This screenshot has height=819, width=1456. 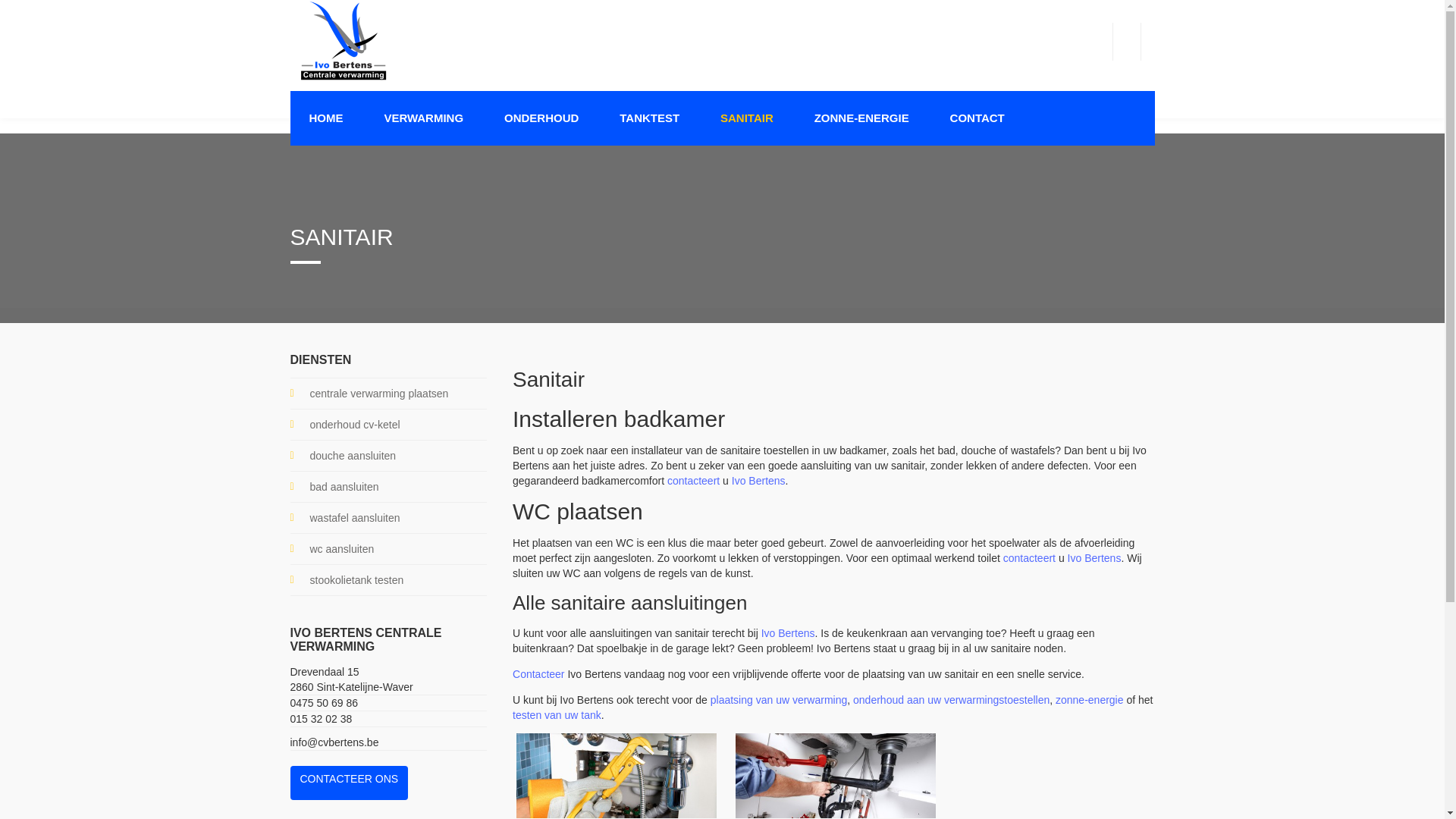 I want to click on 'douche aansluiten', so click(x=388, y=455).